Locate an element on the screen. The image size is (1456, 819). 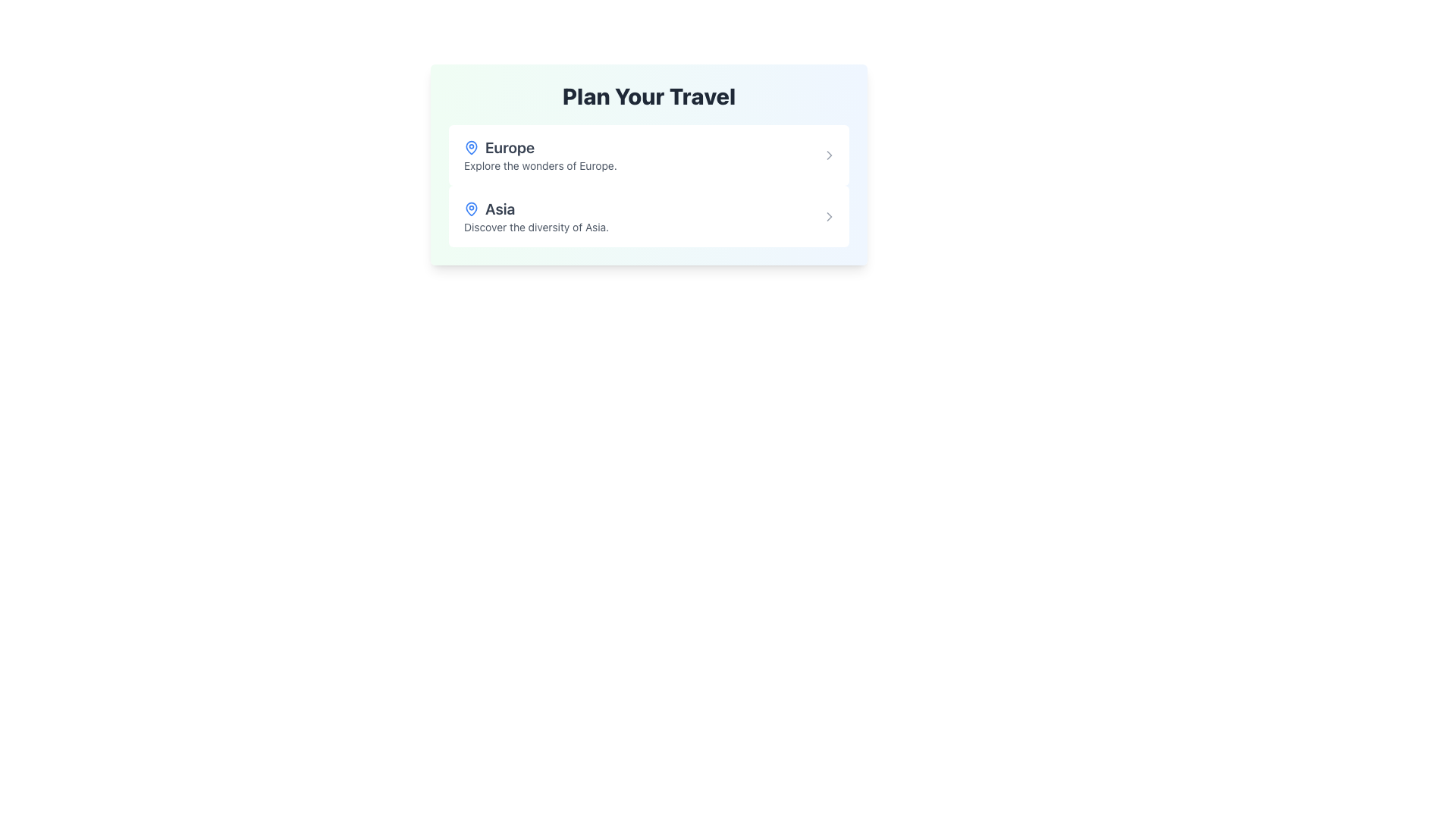
the text element displaying 'Europe', which is styled in a large, bold font with a grayish tone, and is positioned to the right of a blue map pin icon is located at coordinates (510, 148).